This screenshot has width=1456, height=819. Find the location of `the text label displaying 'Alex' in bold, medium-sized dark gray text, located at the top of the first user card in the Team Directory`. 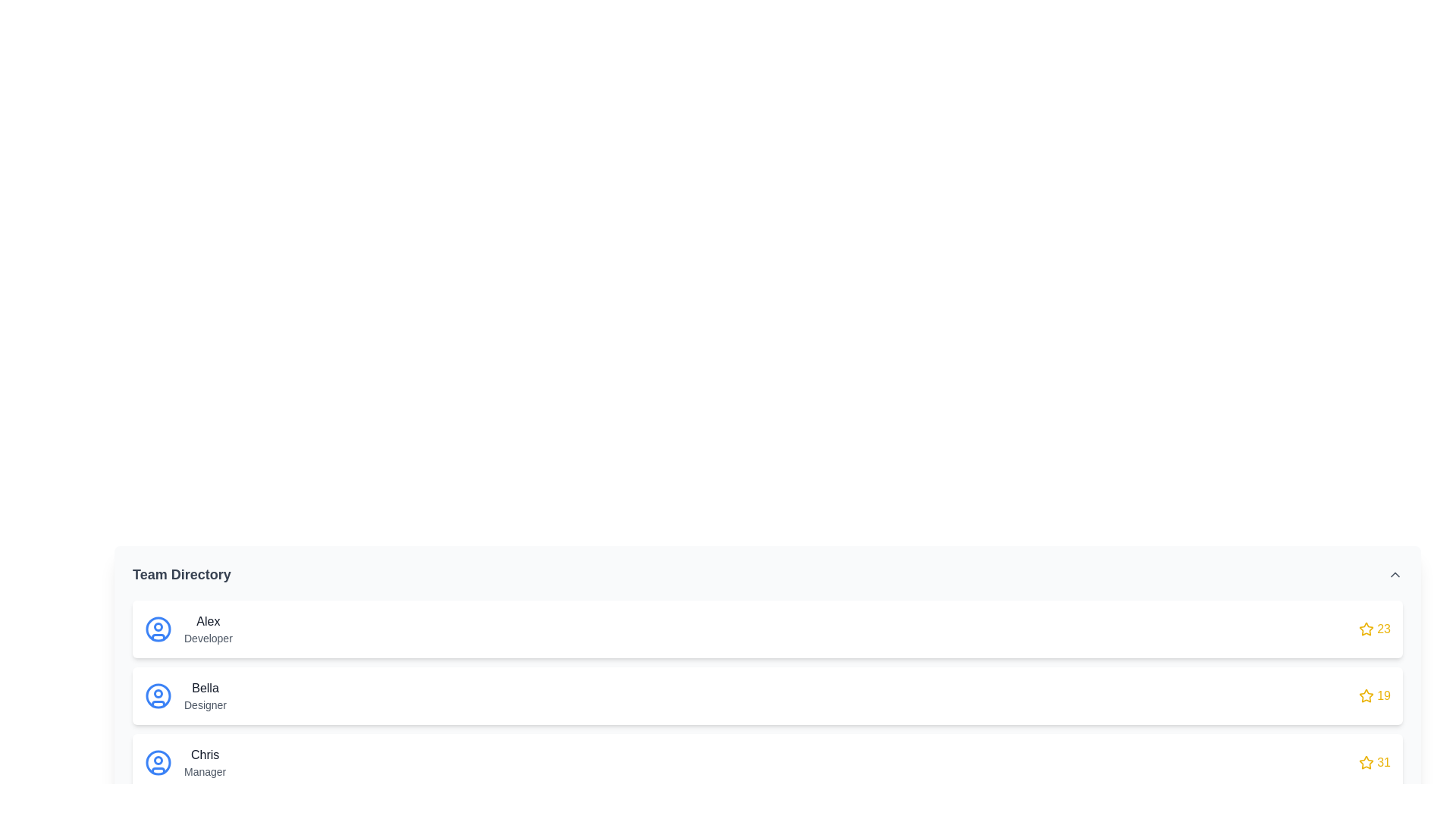

the text label displaying 'Alex' in bold, medium-sized dark gray text, located at the top of the first user card in the Team Directory is located at coordinates (207, 622).